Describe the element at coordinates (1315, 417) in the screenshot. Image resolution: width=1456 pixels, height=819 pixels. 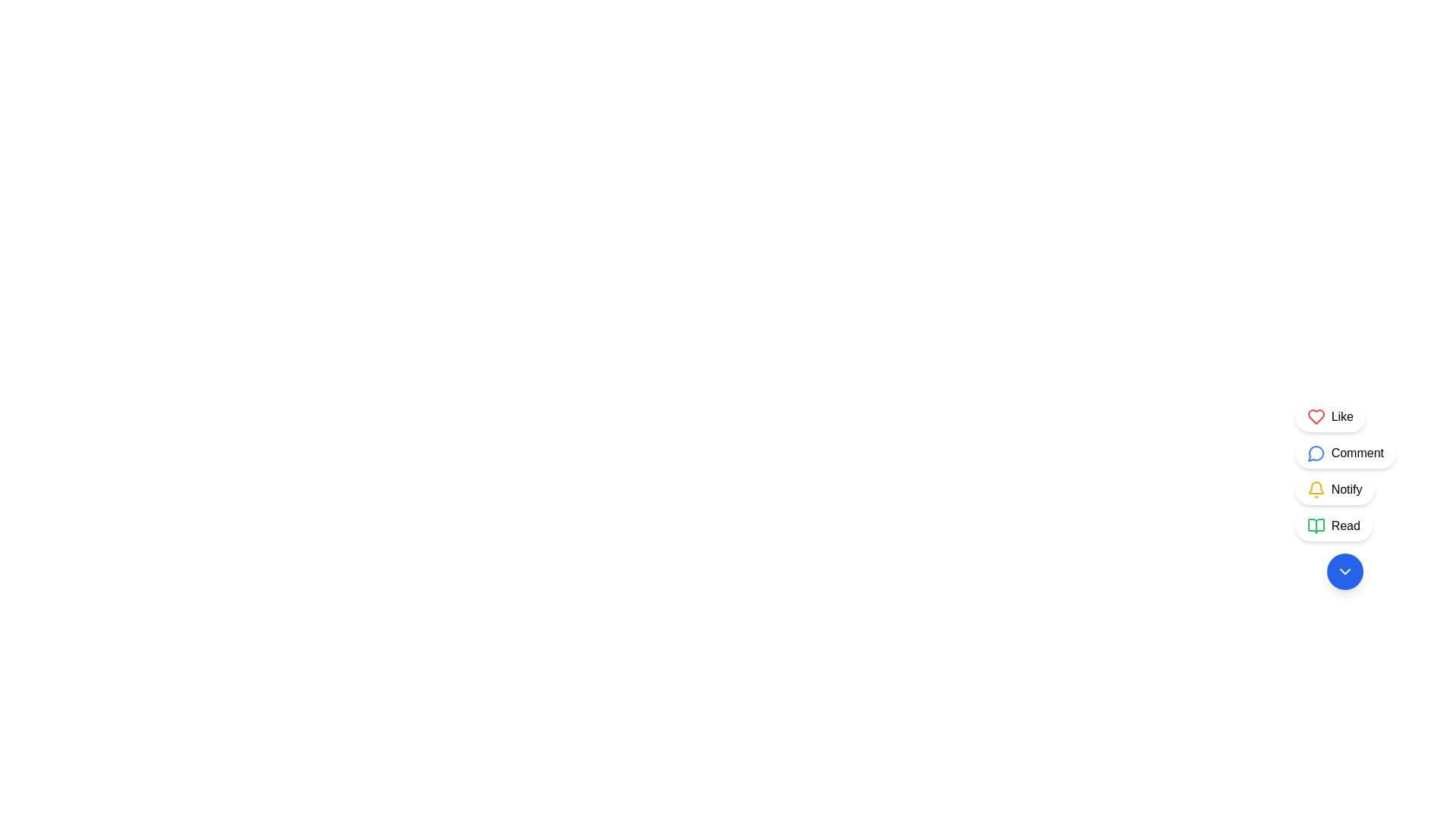
I see `the red heart-shaped icon with a hollow interior, located to the left of the 'Like' text` at that location.